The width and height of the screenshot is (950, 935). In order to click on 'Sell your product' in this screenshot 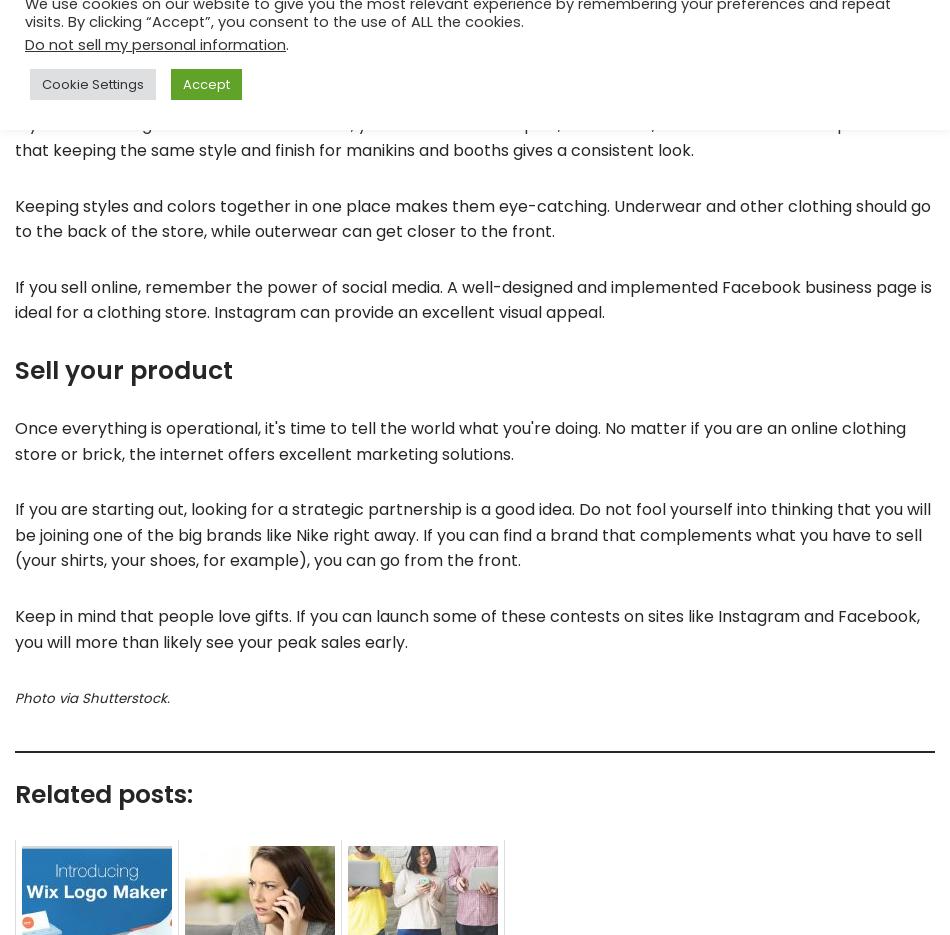, I will do `click(123, 368)`.